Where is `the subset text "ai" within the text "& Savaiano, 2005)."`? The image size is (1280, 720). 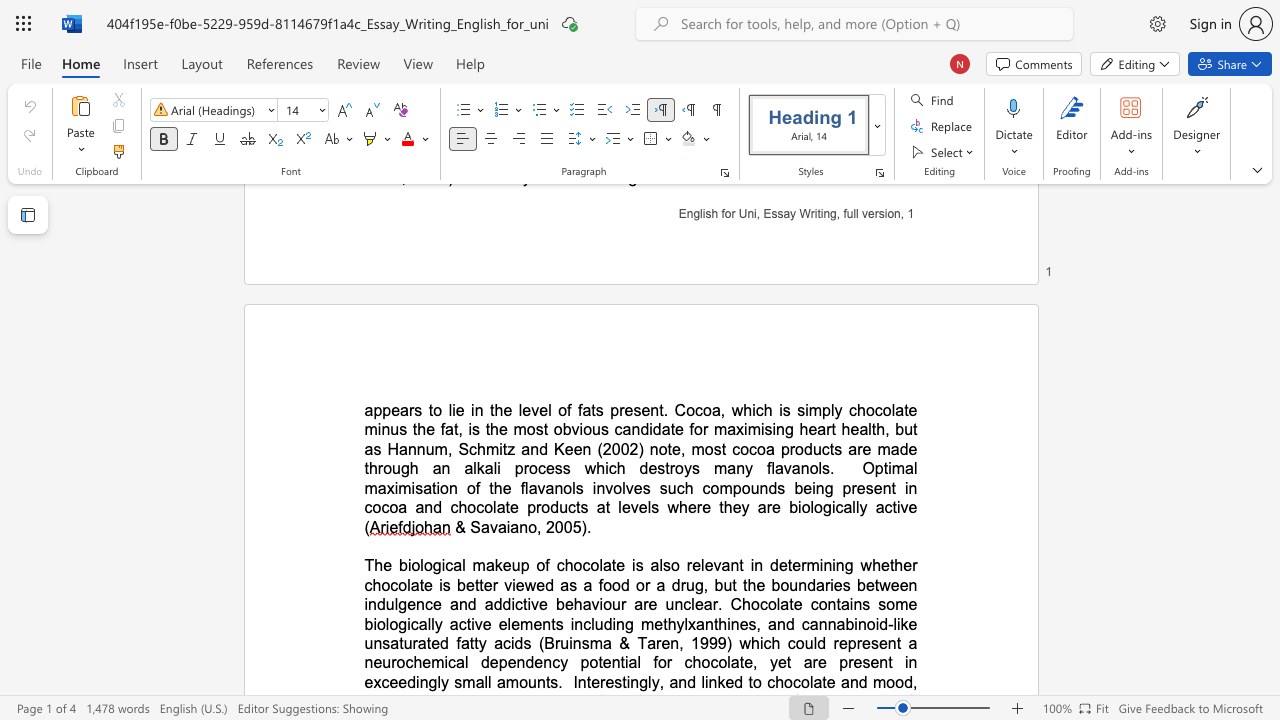 the subset text "ai" within the text "& Savaiano, 2005)." is located at coordinates (497, 526).